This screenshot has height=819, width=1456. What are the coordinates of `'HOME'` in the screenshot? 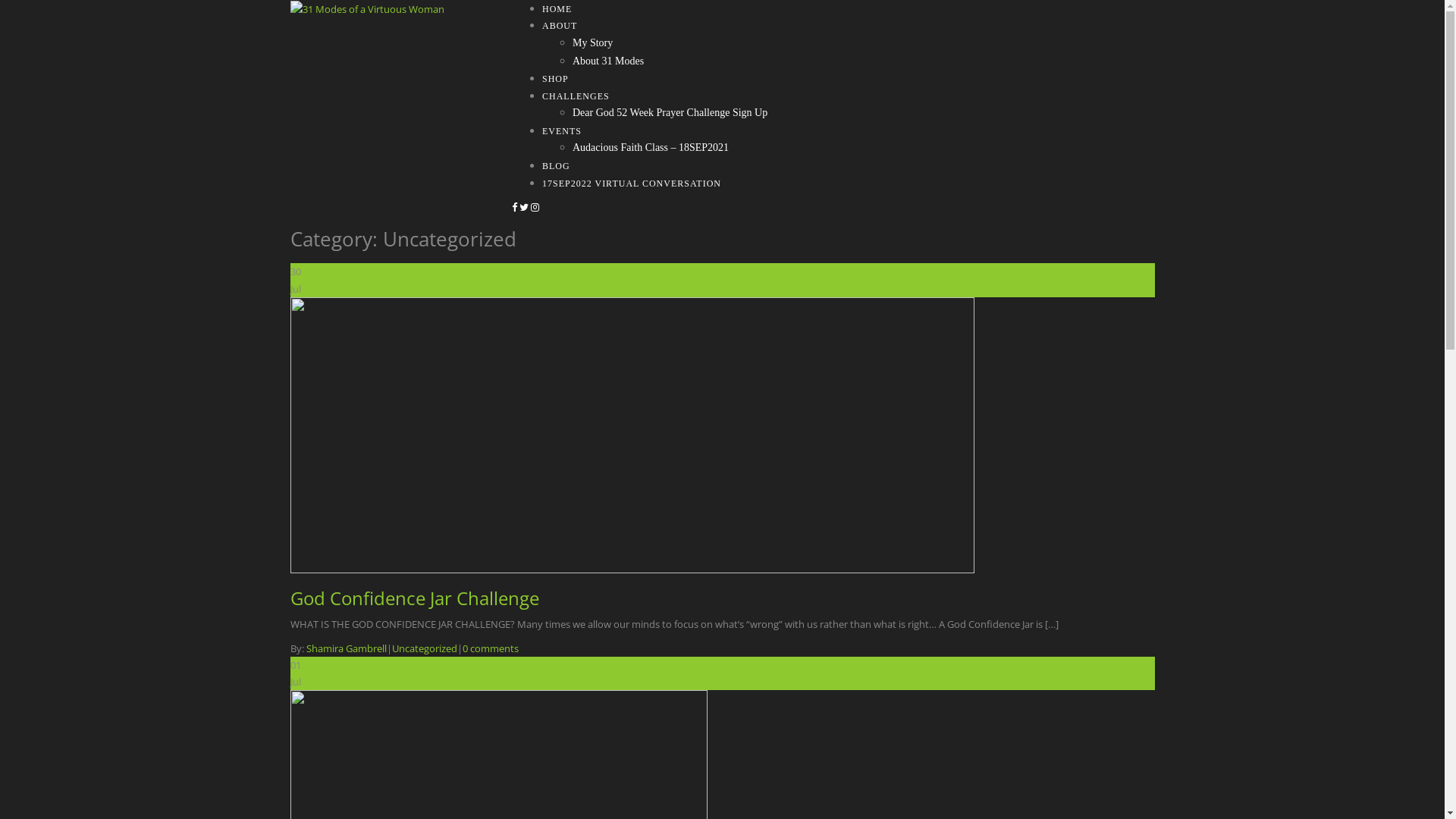 It's located at (556, 8).